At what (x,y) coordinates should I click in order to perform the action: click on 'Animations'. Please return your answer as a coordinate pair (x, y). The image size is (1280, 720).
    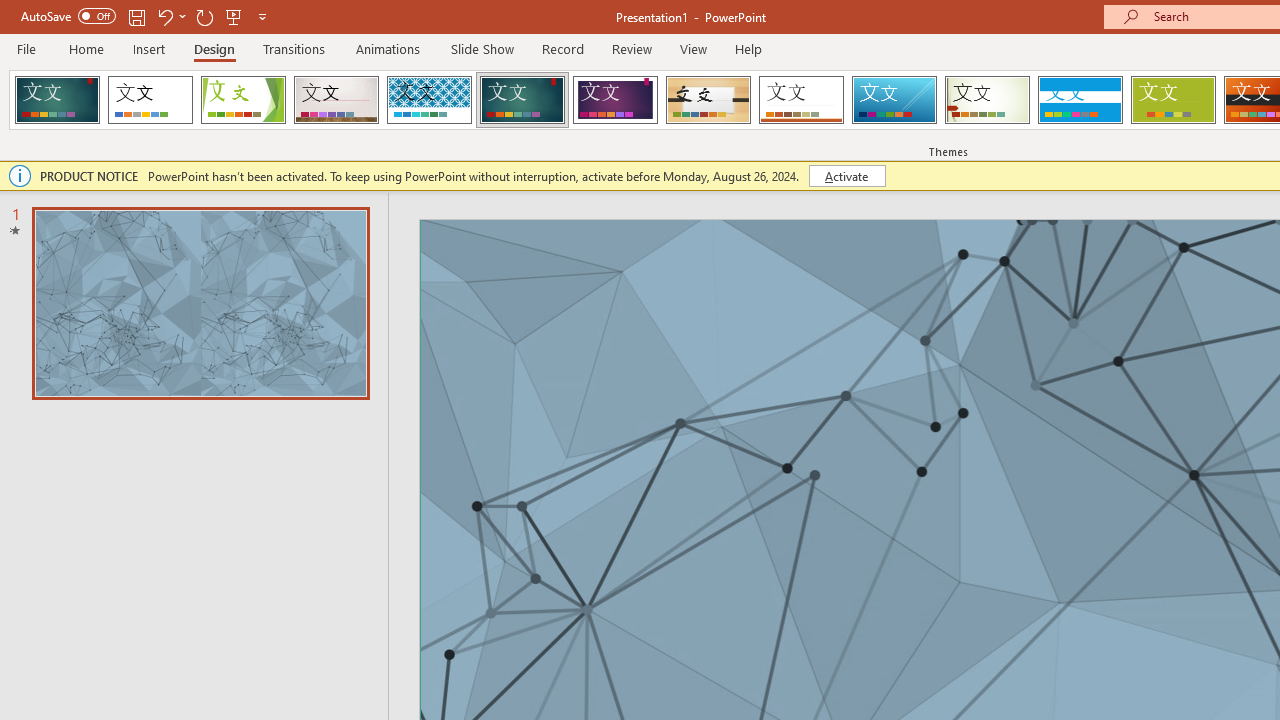
    Looking at the image, I should click on (388, 48).